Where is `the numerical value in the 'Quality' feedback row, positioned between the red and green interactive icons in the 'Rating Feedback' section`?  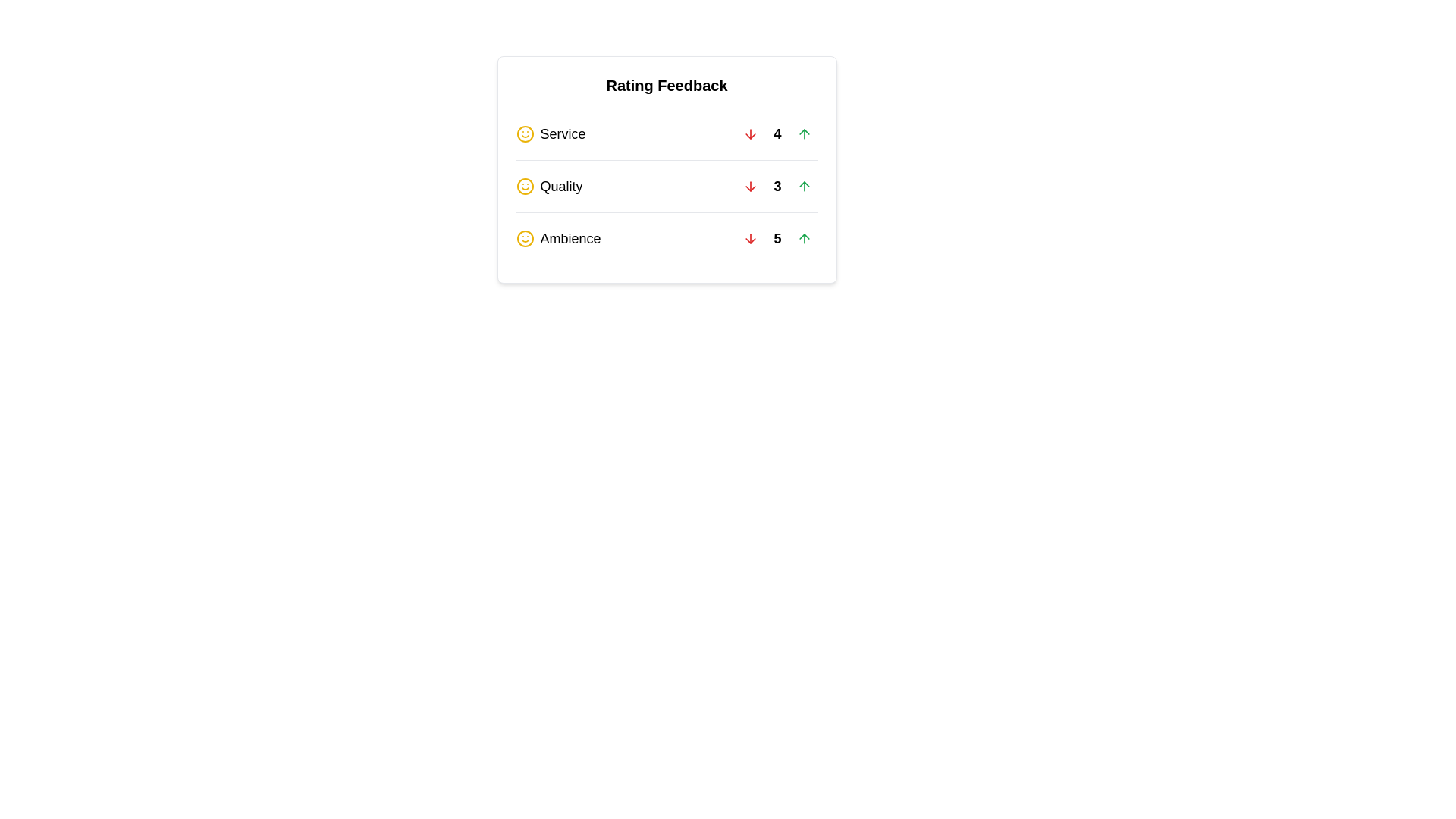
the numerical value in the 'Quality' feedback row, positioned between the red and green interactive icons in the 'Rating Feedback' section is located at coordinates (777, 186).